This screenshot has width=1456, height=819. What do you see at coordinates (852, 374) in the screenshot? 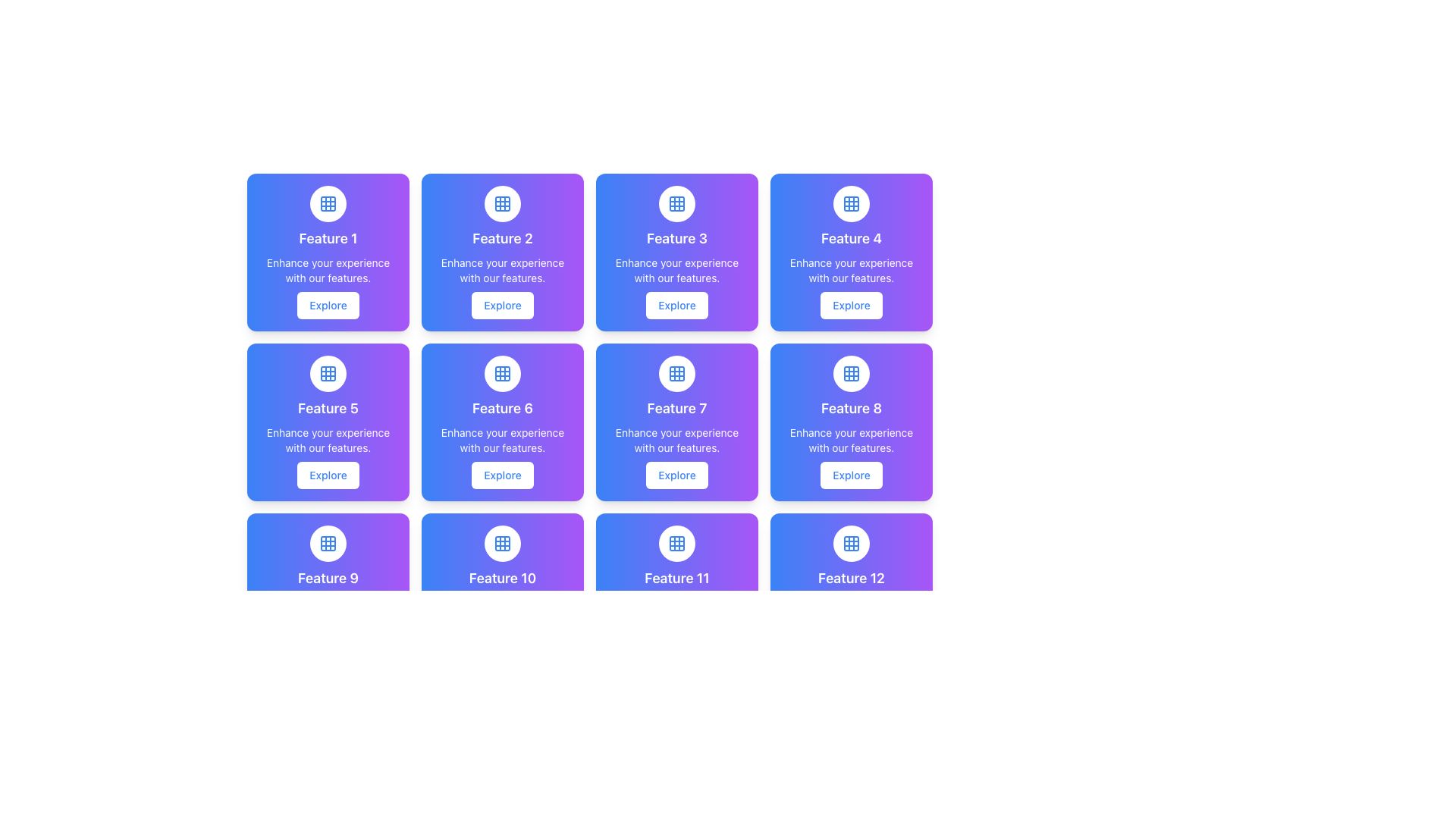
I see `the circular white icon with a blue grid symbol located in the center top area of the 'Feature 8' card` at bounding box center [852, 374].